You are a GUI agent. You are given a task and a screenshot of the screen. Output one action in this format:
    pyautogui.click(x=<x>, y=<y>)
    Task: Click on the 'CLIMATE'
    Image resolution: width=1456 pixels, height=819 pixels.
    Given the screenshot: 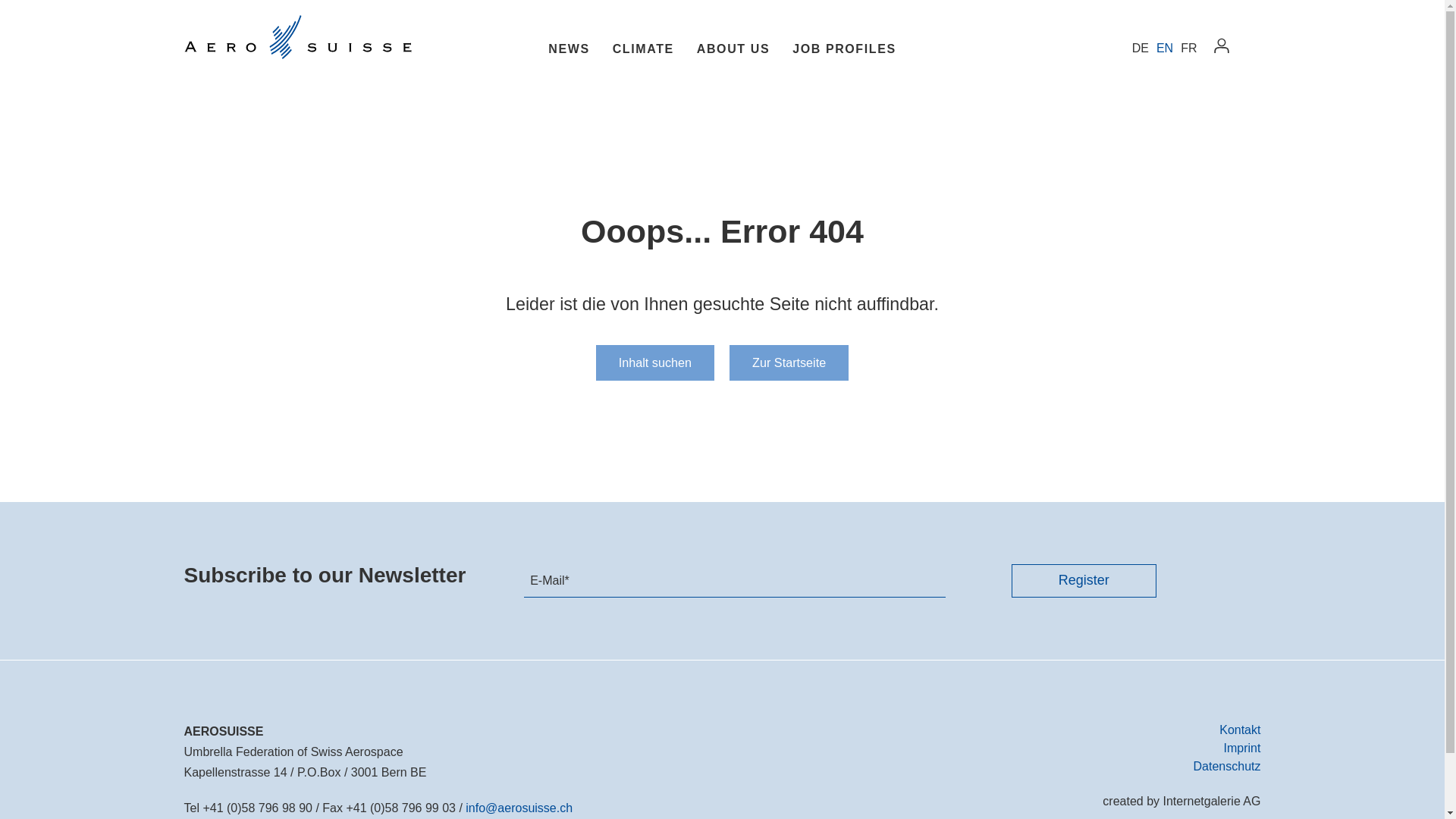 What is the action you would take?
    pyautogui.click(x=643, y=44)
    